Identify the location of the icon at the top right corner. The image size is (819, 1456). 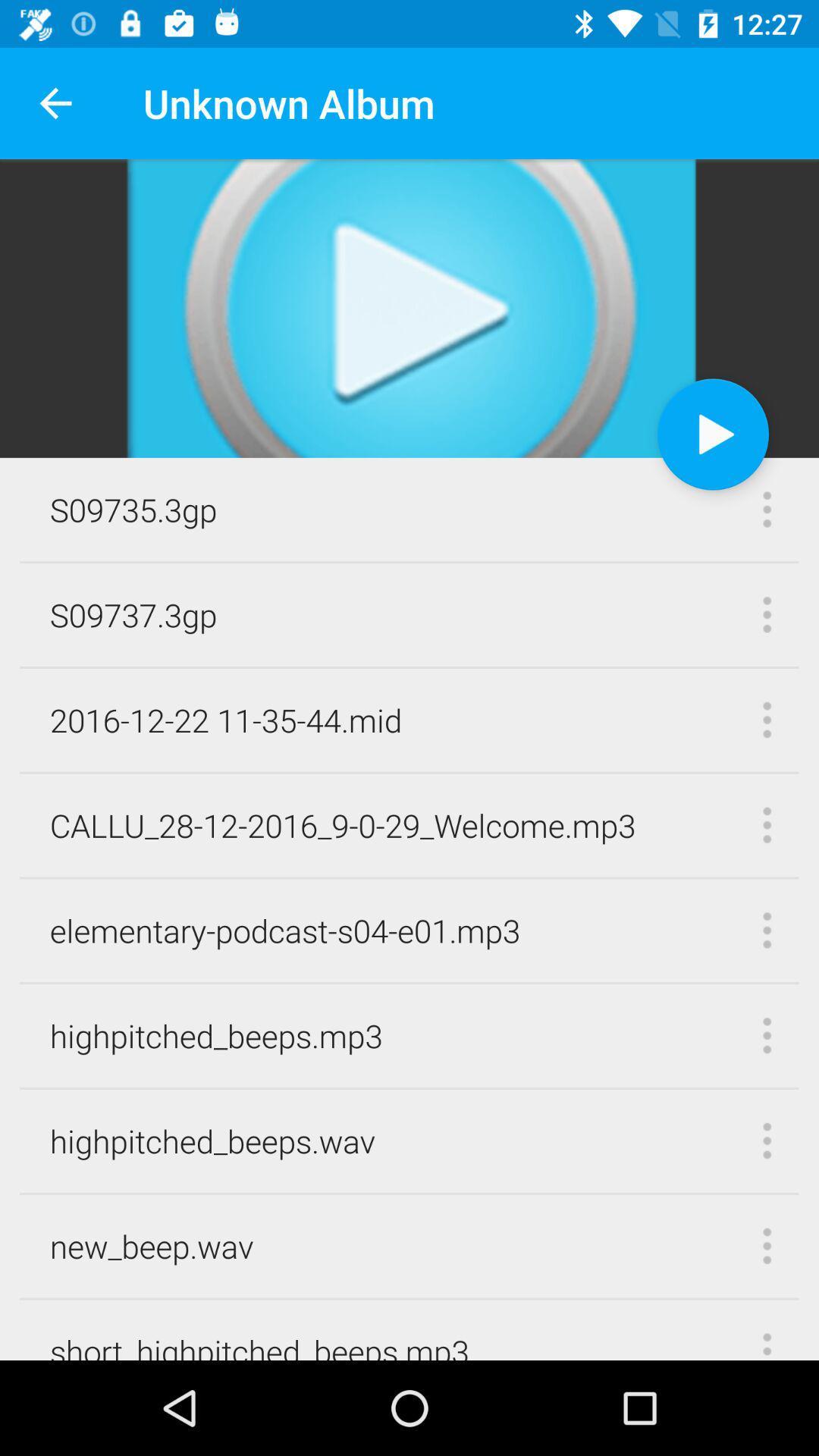
(713, 433).